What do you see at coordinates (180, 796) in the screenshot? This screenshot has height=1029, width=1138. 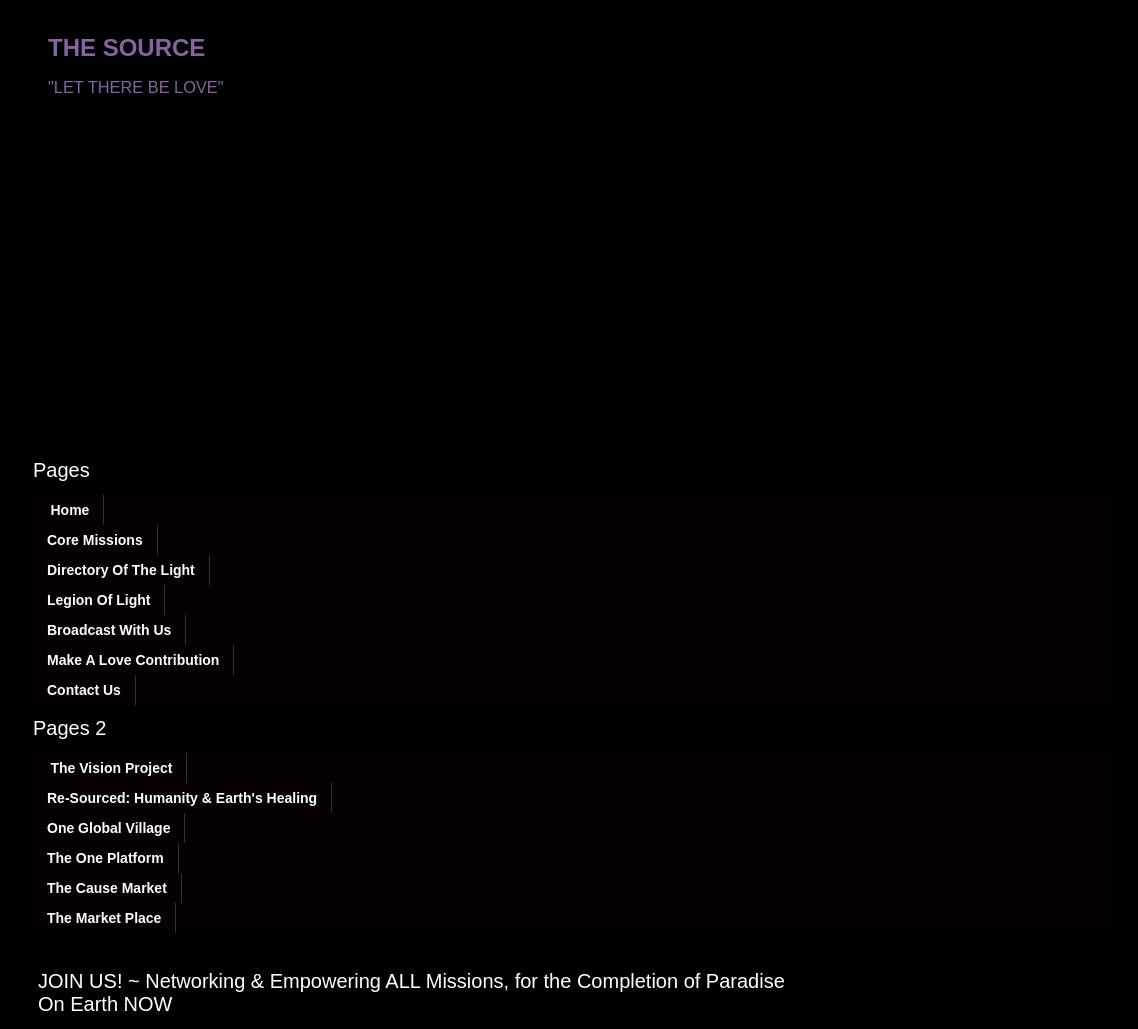 I see `'Re-Sourced: Humanity & Earth's Healing'` at bounding box center [180, 796].